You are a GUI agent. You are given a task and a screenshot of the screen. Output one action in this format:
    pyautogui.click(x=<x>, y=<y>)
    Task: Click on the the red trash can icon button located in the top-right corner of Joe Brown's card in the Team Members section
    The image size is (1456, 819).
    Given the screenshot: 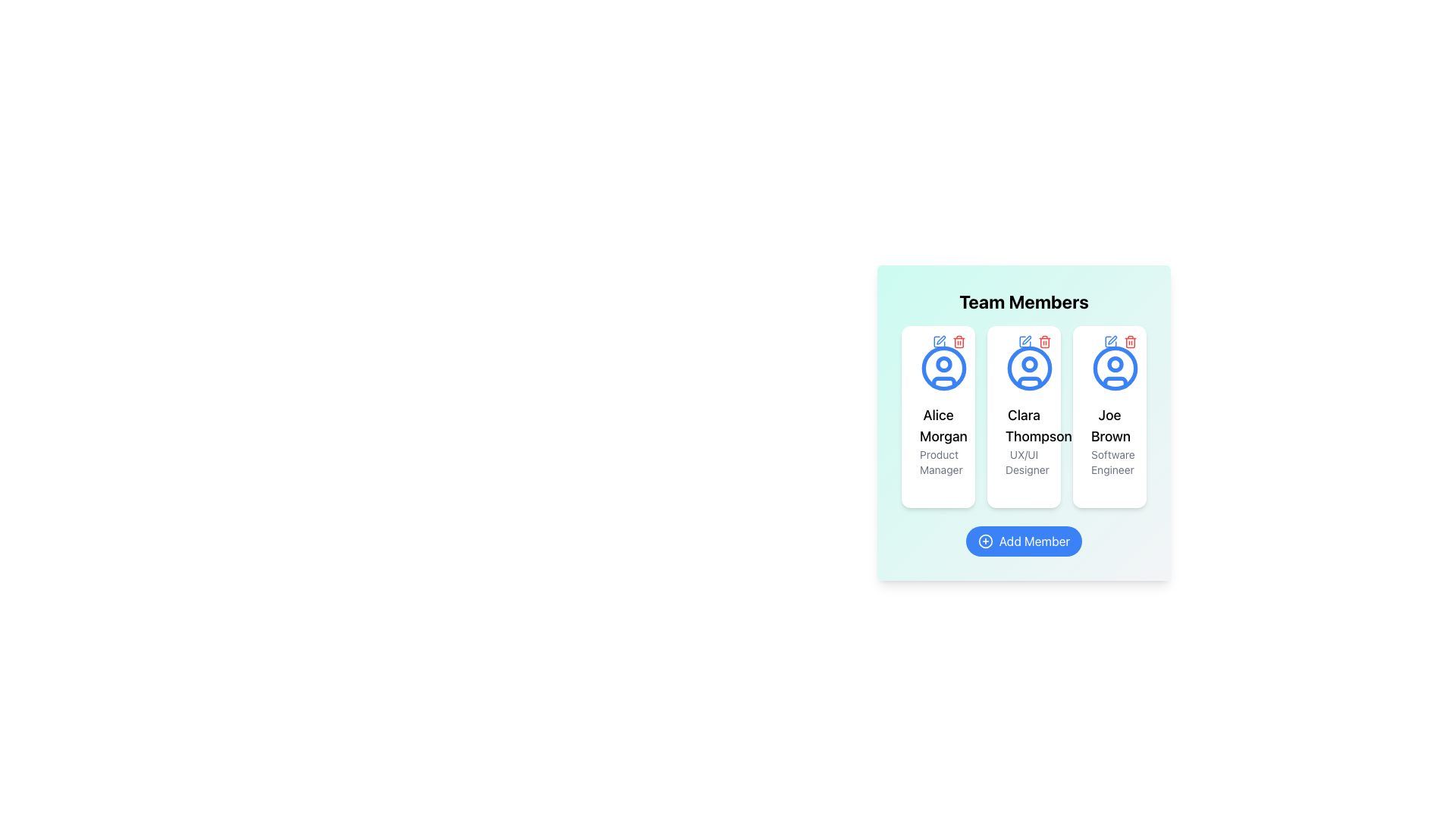 What is the action you would take?
    pyautogui.click(x=1131, y=342)
    